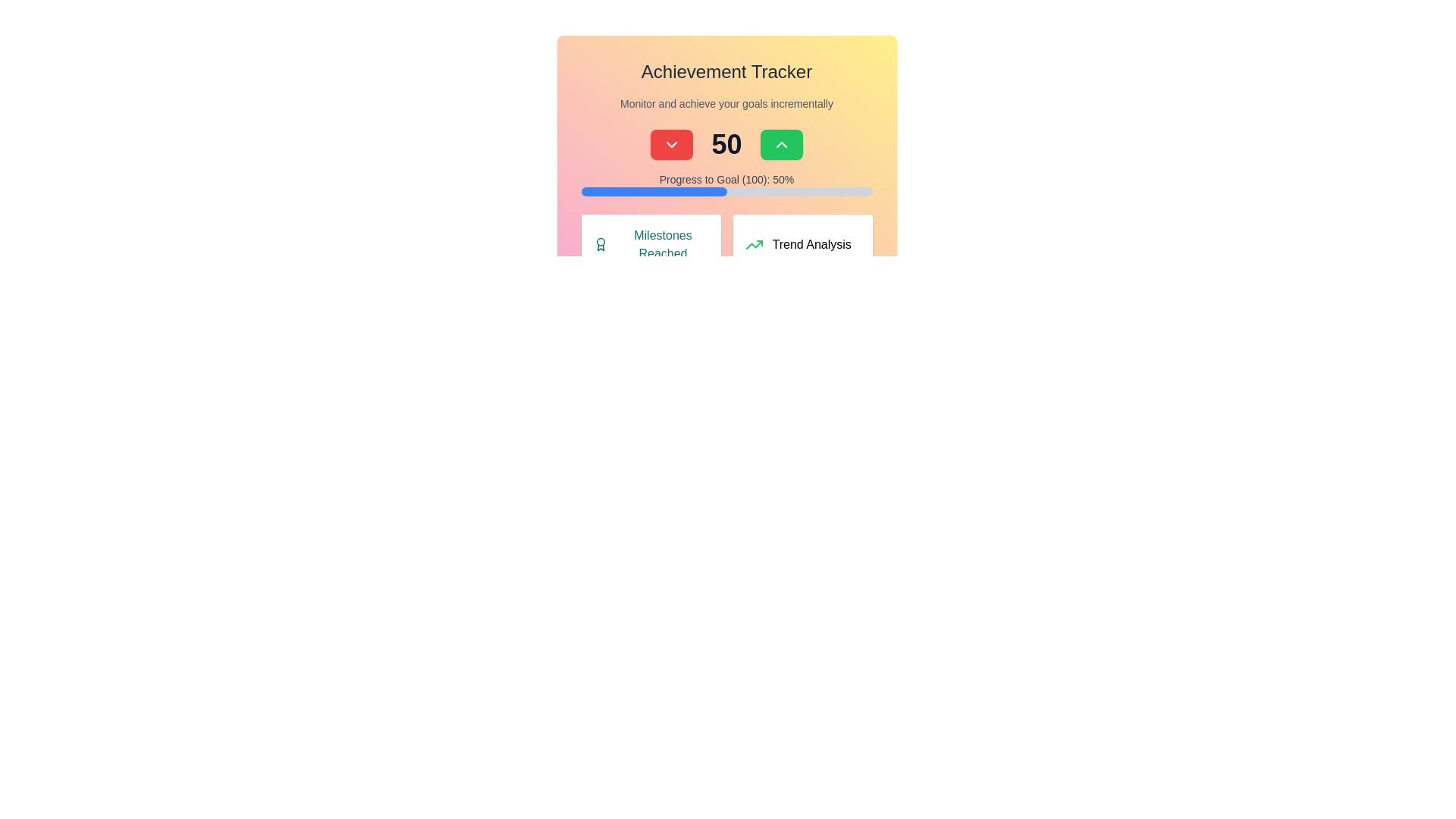 The height and width of the screenshot is (819, 1456). What do you see at coordinates (726, 167) in the screenshot?
I see `the Dashboard module card that summarizes progress towards a goal, located in the upper-middle area of the page` at bounding box center [726, 167].